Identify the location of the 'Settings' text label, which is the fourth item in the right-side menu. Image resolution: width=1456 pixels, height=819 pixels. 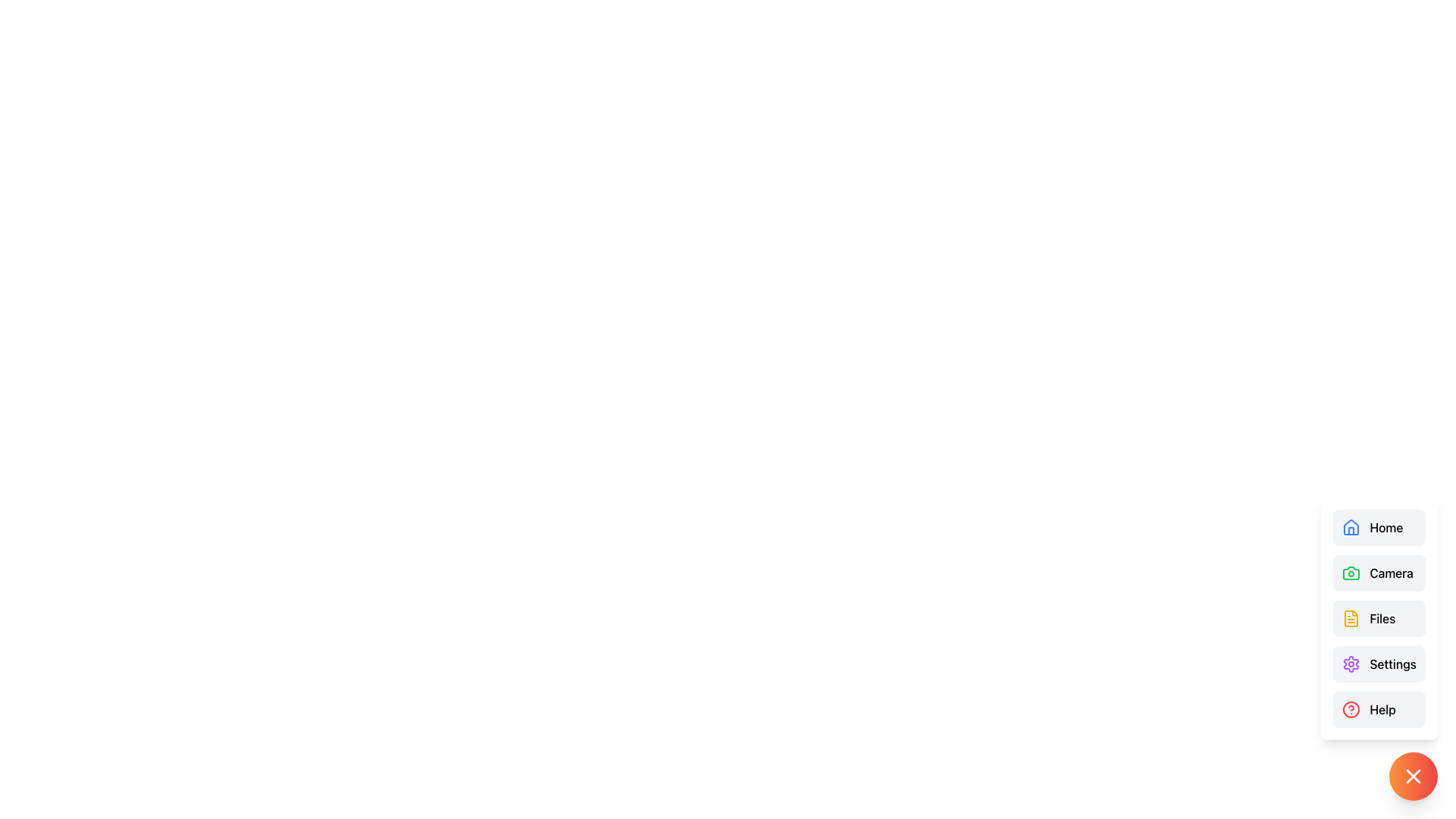
(1393, 663).